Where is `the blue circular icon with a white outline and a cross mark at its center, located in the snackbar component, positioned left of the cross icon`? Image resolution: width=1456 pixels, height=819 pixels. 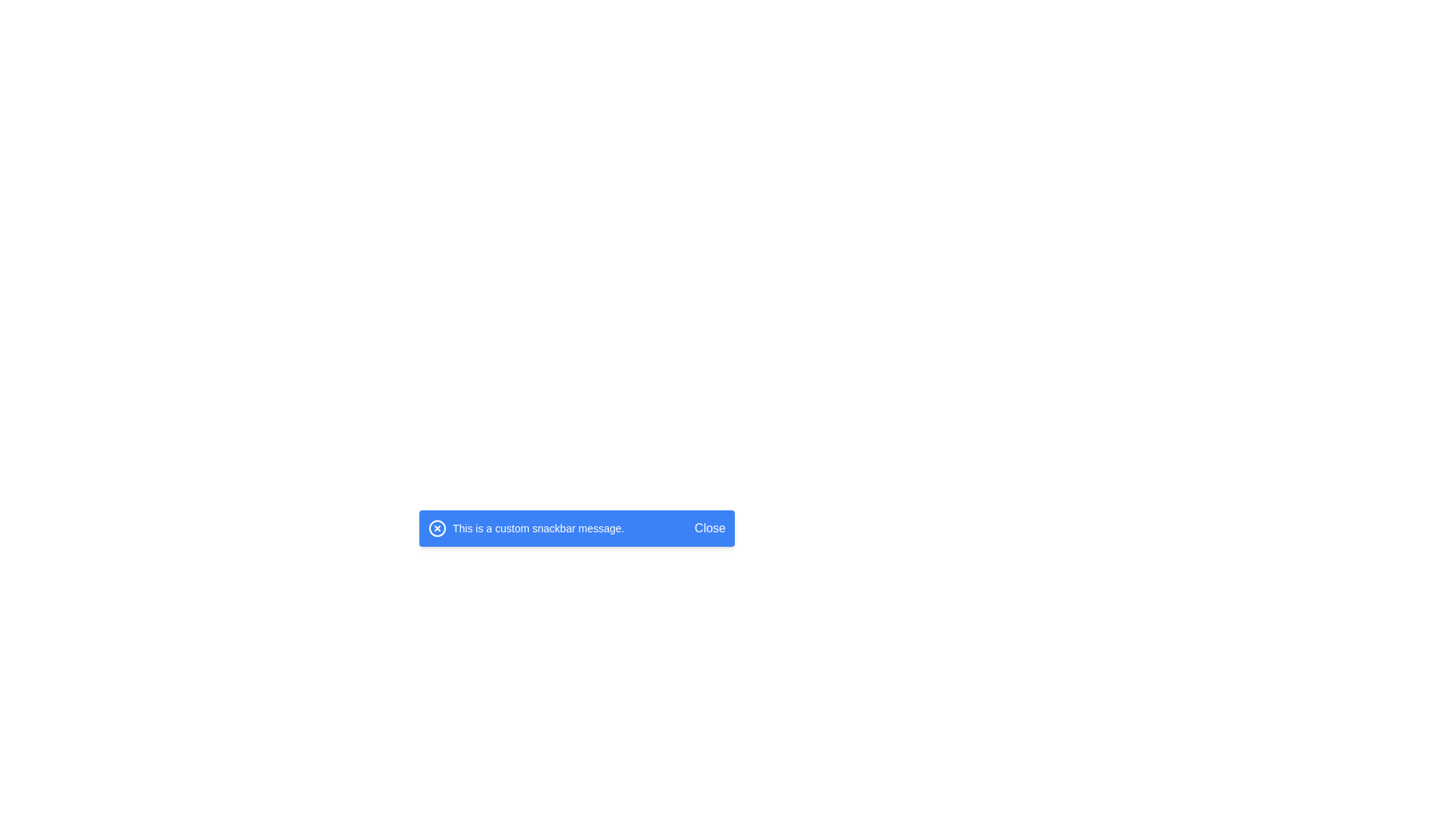 the blue circular icon with a white outline and a cross mark at its center, located in the snackbar component, positioned left of the cross icon is located at coordinates (436, 528).